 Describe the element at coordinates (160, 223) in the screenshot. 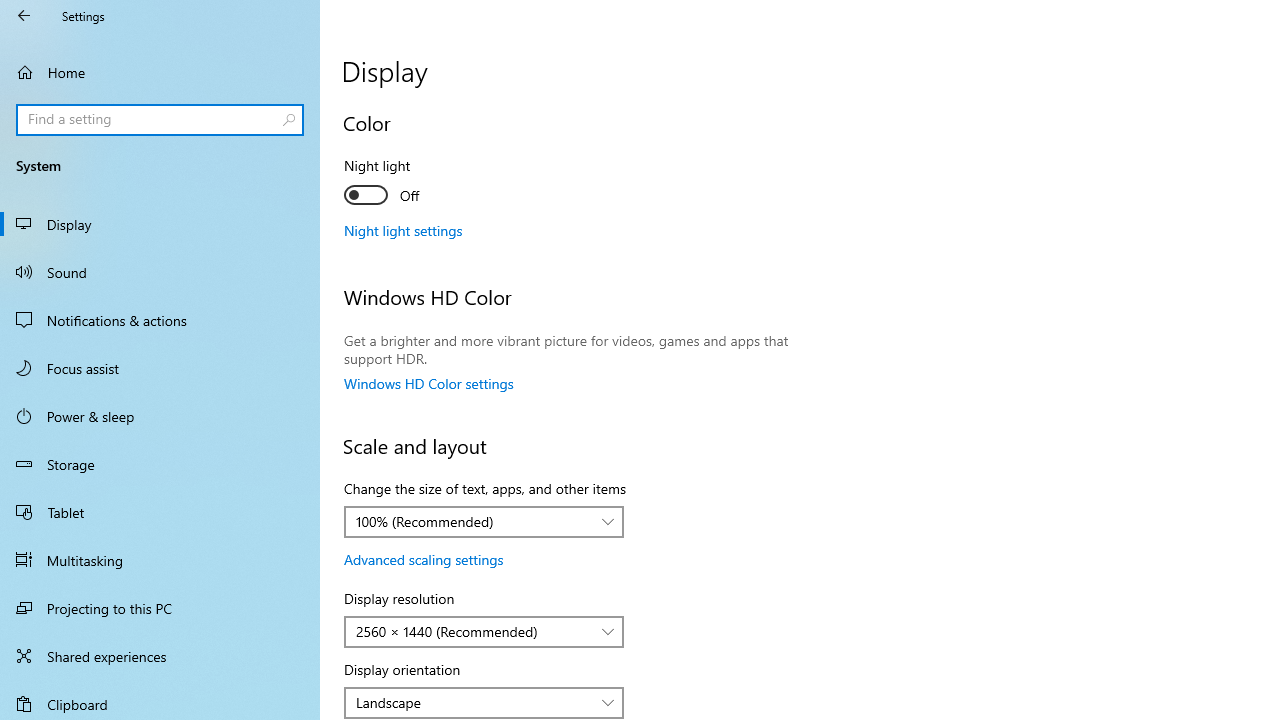

I see `'Display'` at that location.